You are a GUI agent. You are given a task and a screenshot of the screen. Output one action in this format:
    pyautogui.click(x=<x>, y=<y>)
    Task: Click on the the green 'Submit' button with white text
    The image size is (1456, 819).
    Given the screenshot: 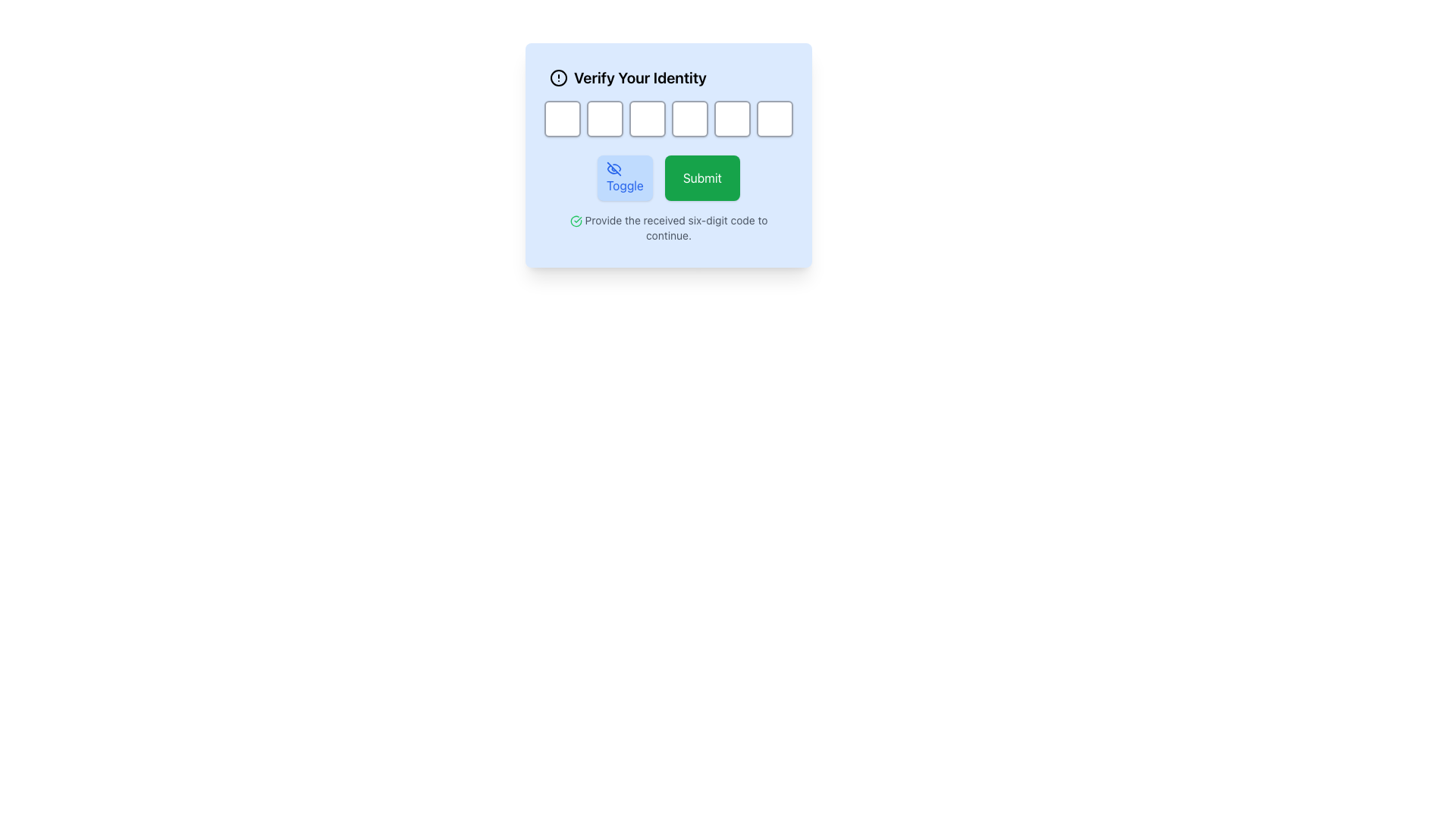 What is the action you would take?
    pyautogui.click(x=701, y=177)
    